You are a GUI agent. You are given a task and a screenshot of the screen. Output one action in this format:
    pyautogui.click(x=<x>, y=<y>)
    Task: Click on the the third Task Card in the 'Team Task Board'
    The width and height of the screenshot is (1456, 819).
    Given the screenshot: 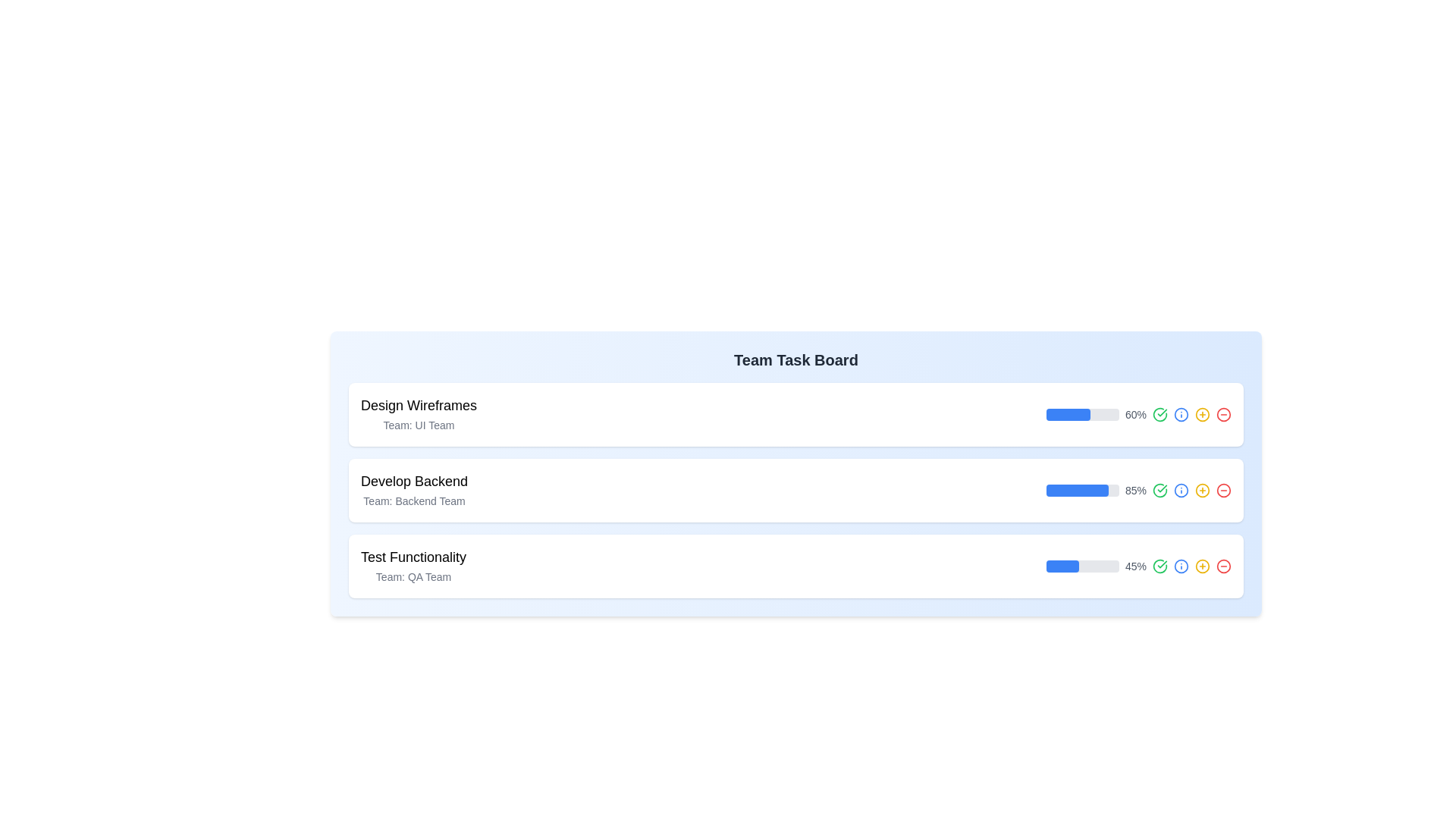 What is the action you would take?
    pyautogui.click(x=795, y=566)
    